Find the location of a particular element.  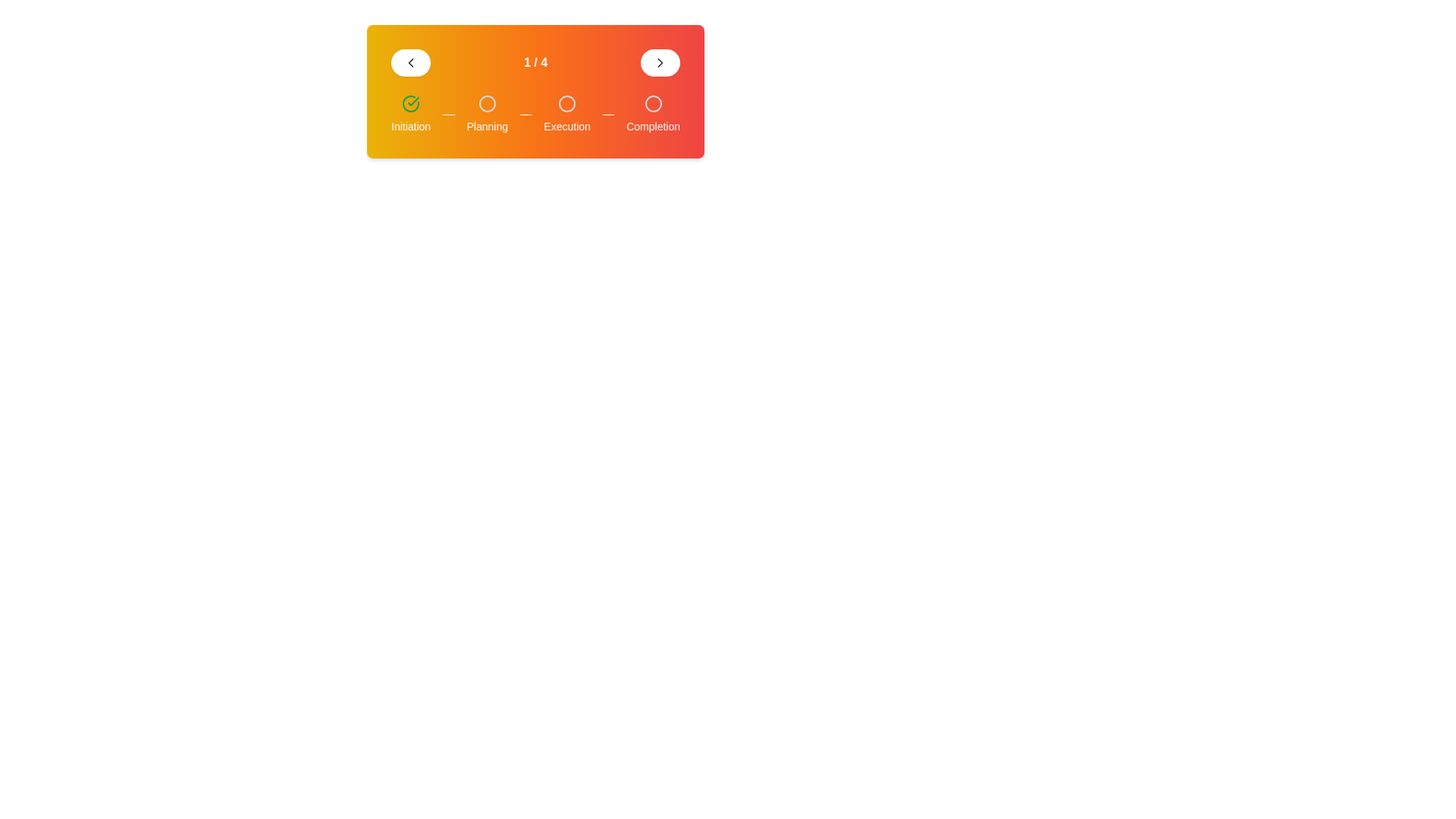

the small chevron-right icon located within the rounded button at the top-right corner of the horizontal gradient-colored navigation bar is located at coordinates (660, 62).